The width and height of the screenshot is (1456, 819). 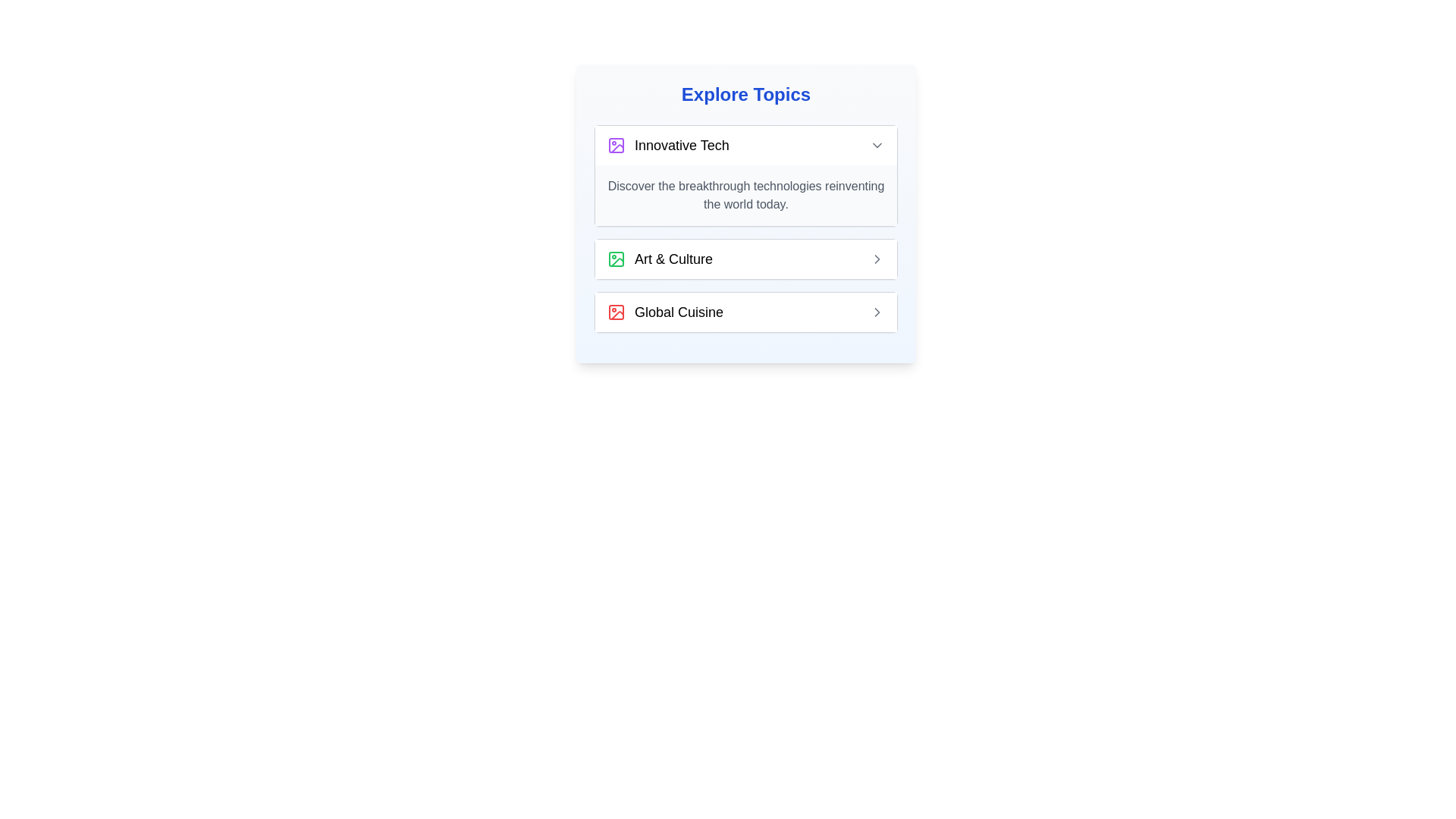 I want to click on the 'Art & Culture' text label, which is the middle entry in a vertical list of topic items, so click(x=673, y=259).